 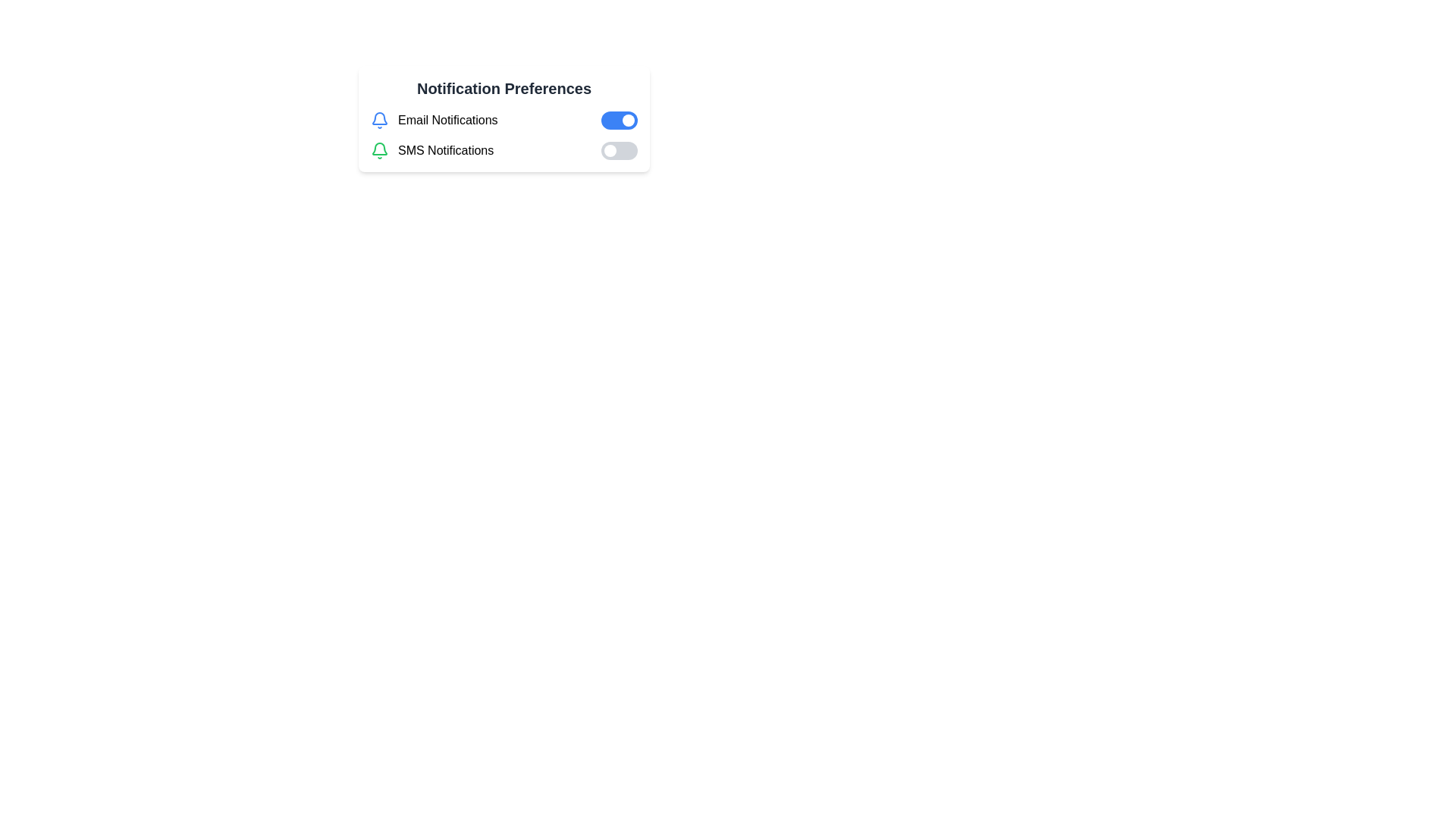 What do you see at coordinates (445, 151) in the screenshot?
I see `text from the SMS-based notification preferences label, which is the second item under the 'Notification Preferences' heading` at bounding box center [445, 151].